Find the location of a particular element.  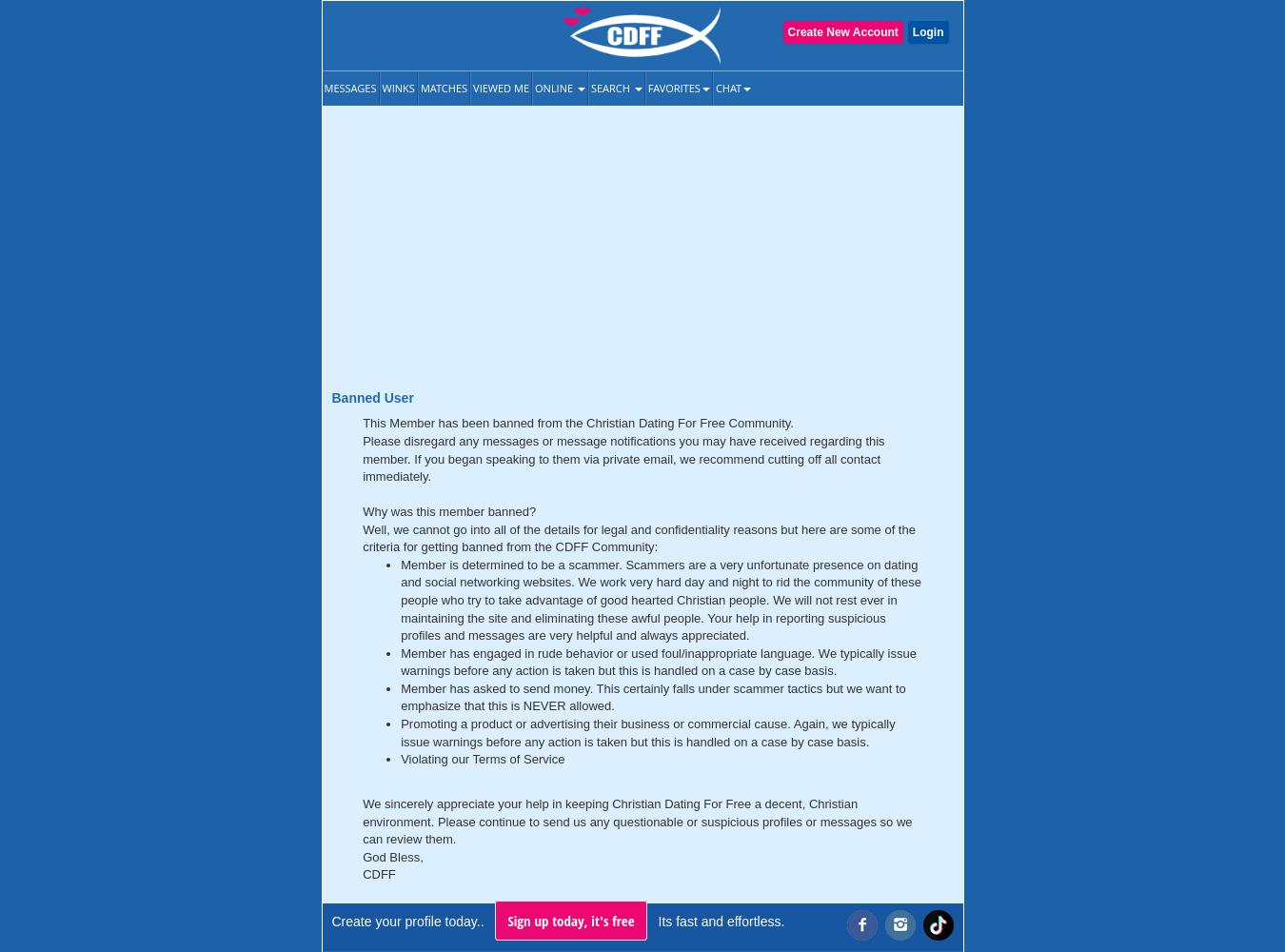

'CDFF' is located at coordinates (362, 874).